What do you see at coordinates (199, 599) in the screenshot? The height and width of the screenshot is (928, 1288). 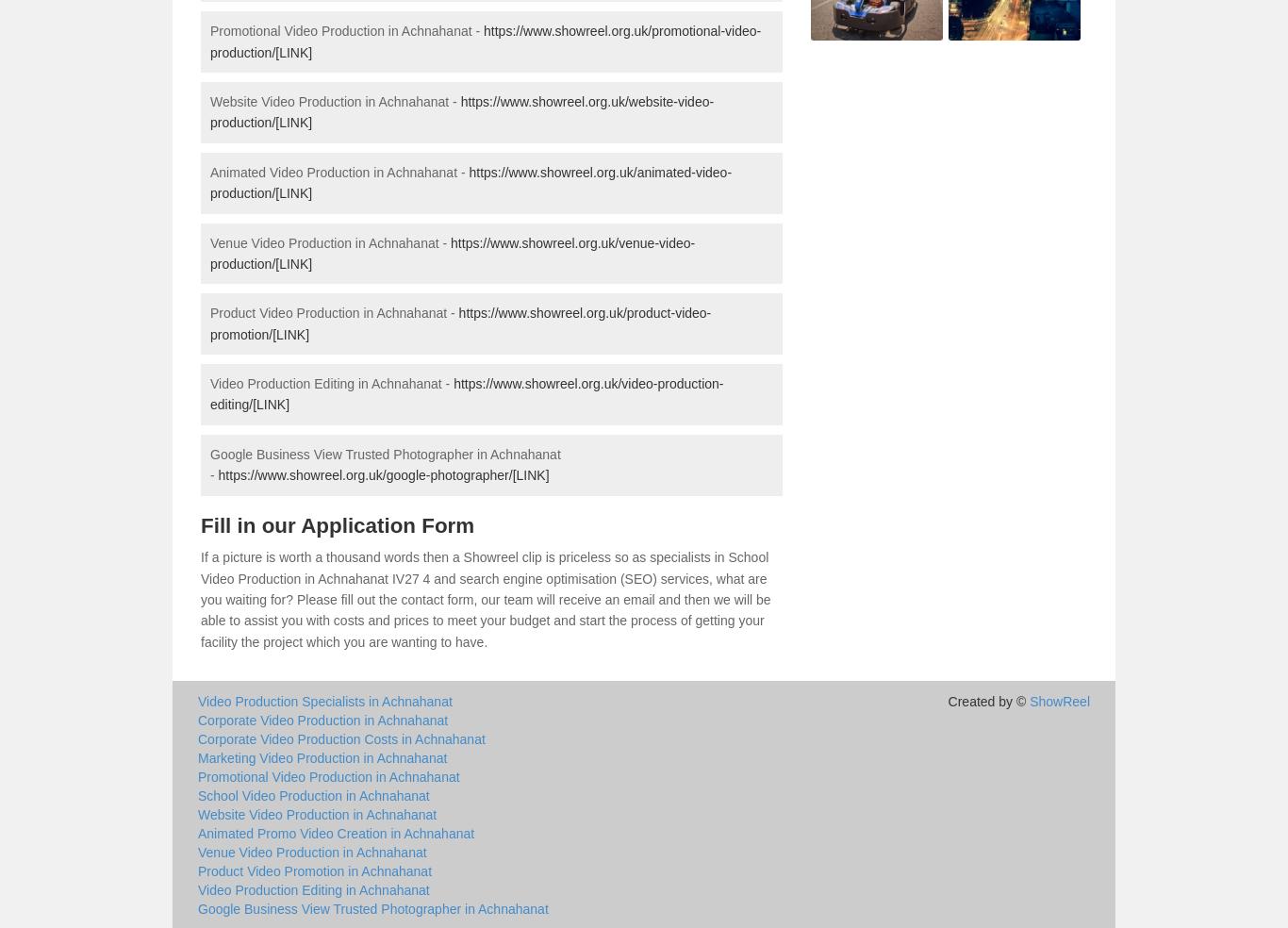 I see `'If a picture is worth a thousand words then a Showreel clip is priceless so as specialists in School Video Production in Achnahanat IV27 4 and search engine optimisation (SEO) services, what are you waiting for? Please fill out the contact form, our team will receive an email and then we will be able to assist you with costs and prices to meet your budget and start the process of getting your facility the project which you are wanting to have.'` at bounding box center [199, 599].